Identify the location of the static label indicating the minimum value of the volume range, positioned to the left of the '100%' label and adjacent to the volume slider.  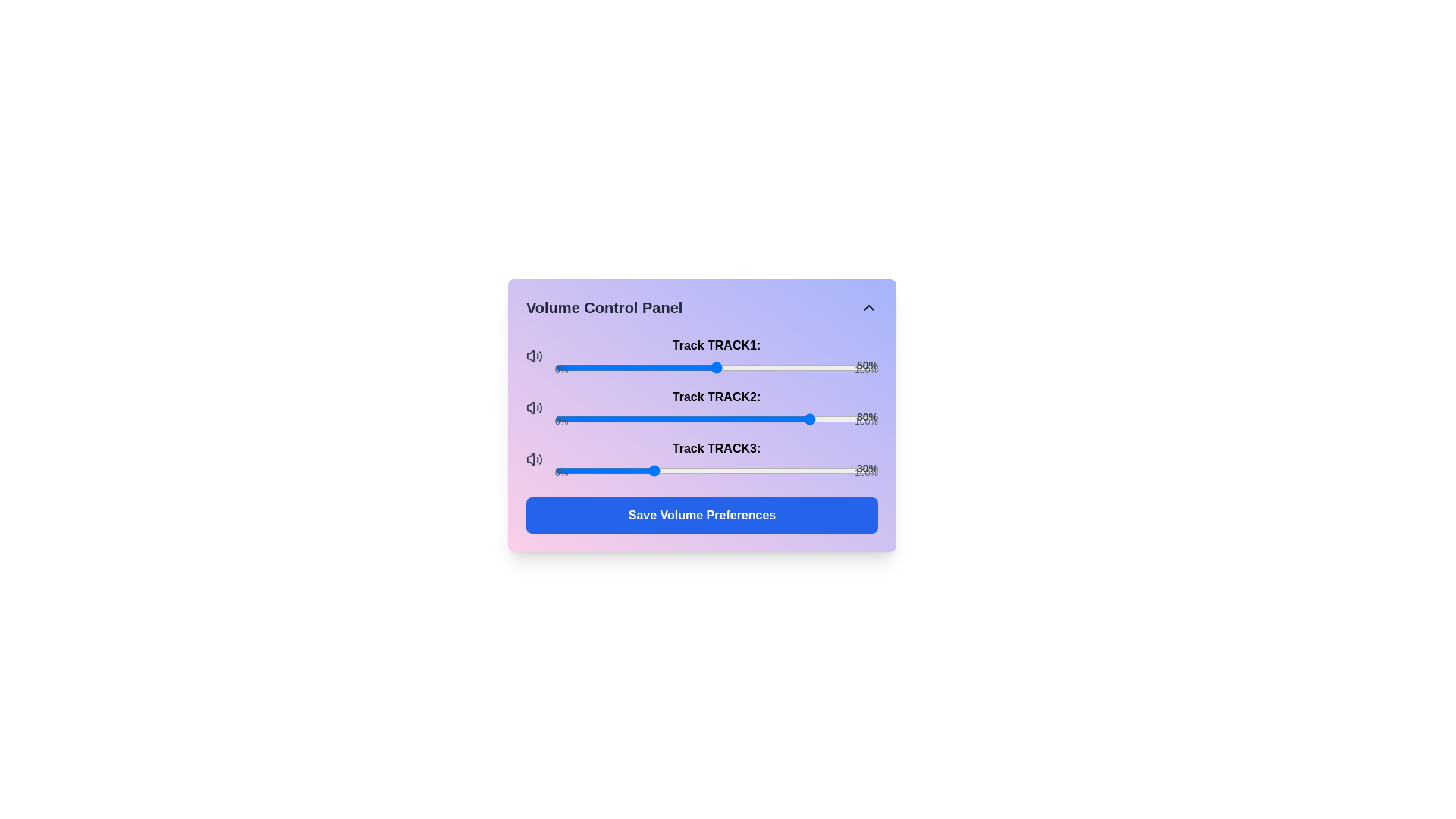
(560, 370).